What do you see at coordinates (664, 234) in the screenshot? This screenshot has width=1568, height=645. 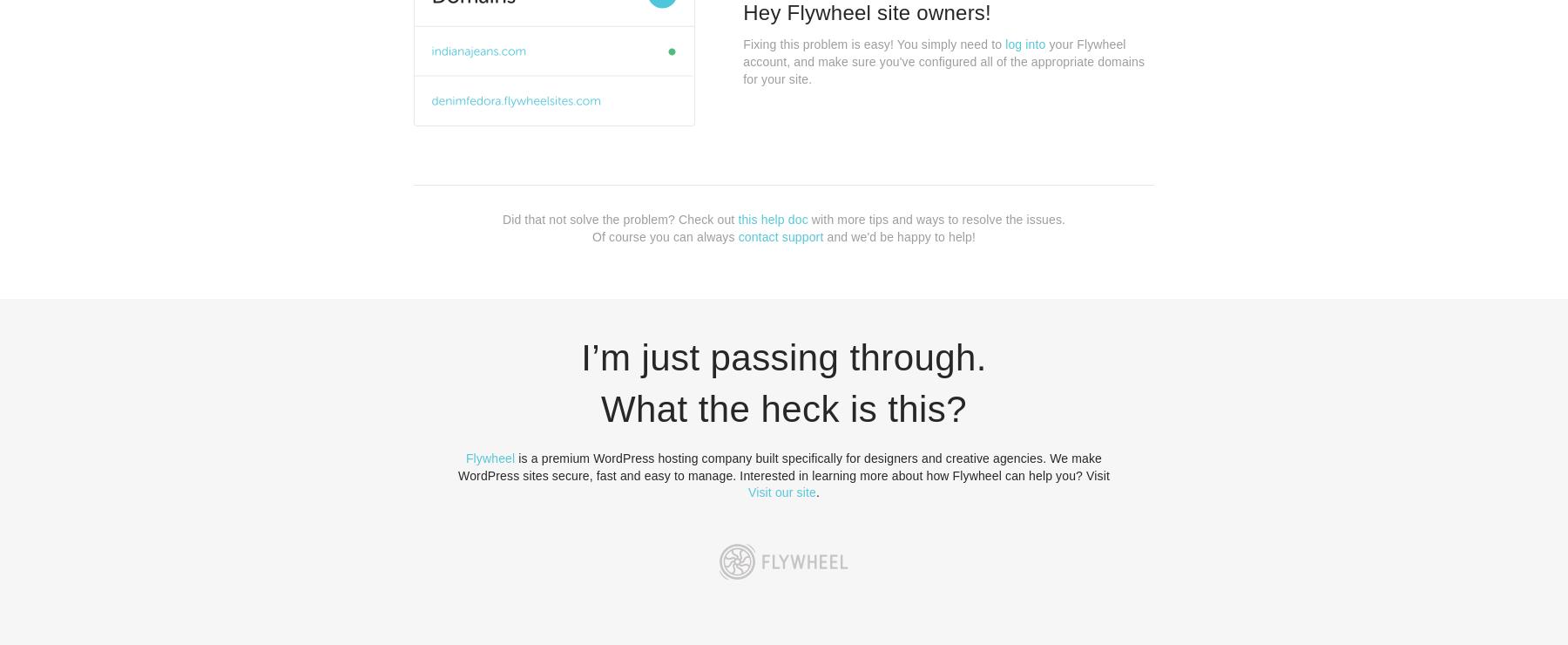 I see `'Of course you can always'` at bounding box center [664, 234].